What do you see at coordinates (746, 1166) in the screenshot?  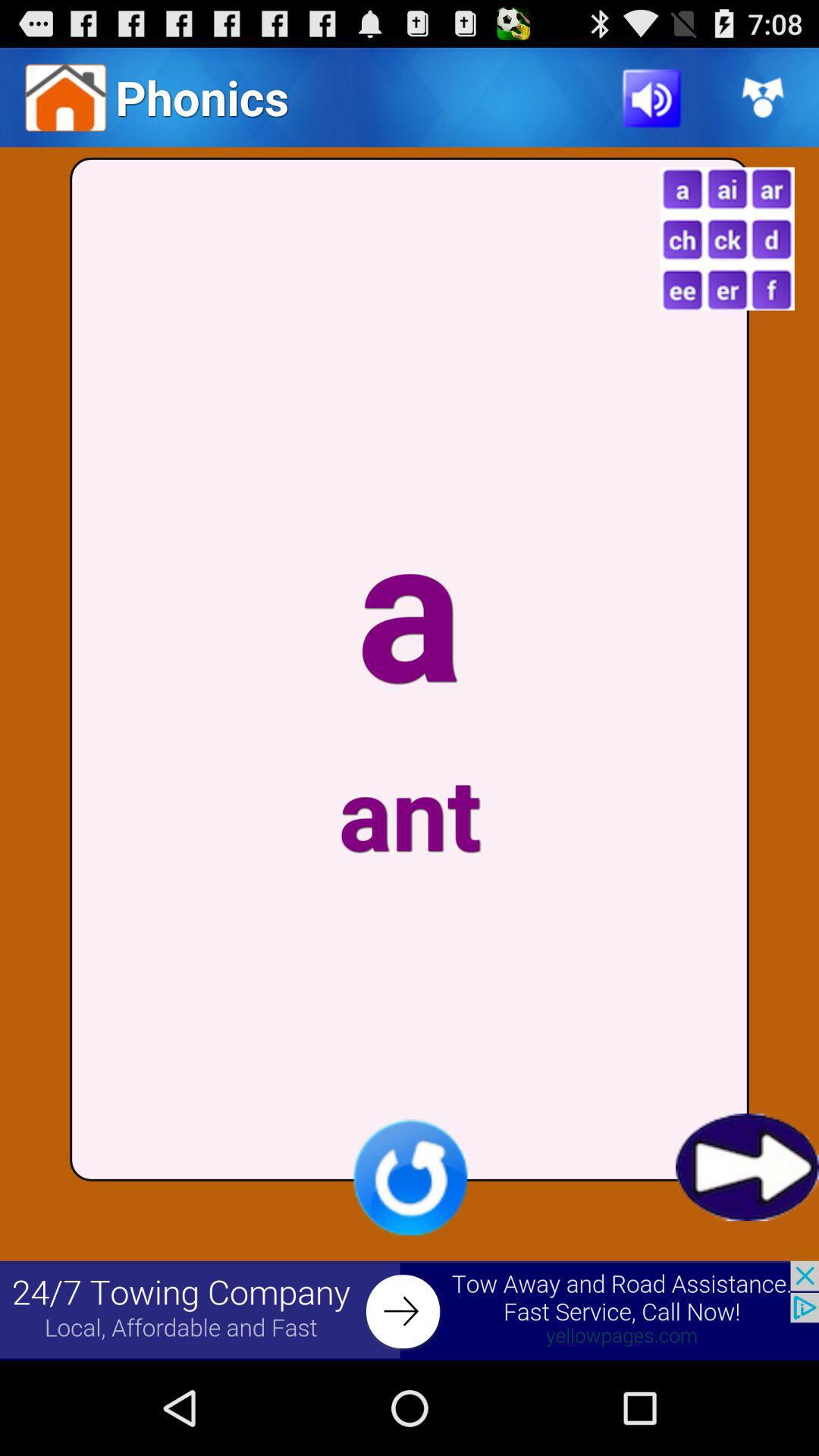 I see `next letter` at bounding box center [746, 1166].